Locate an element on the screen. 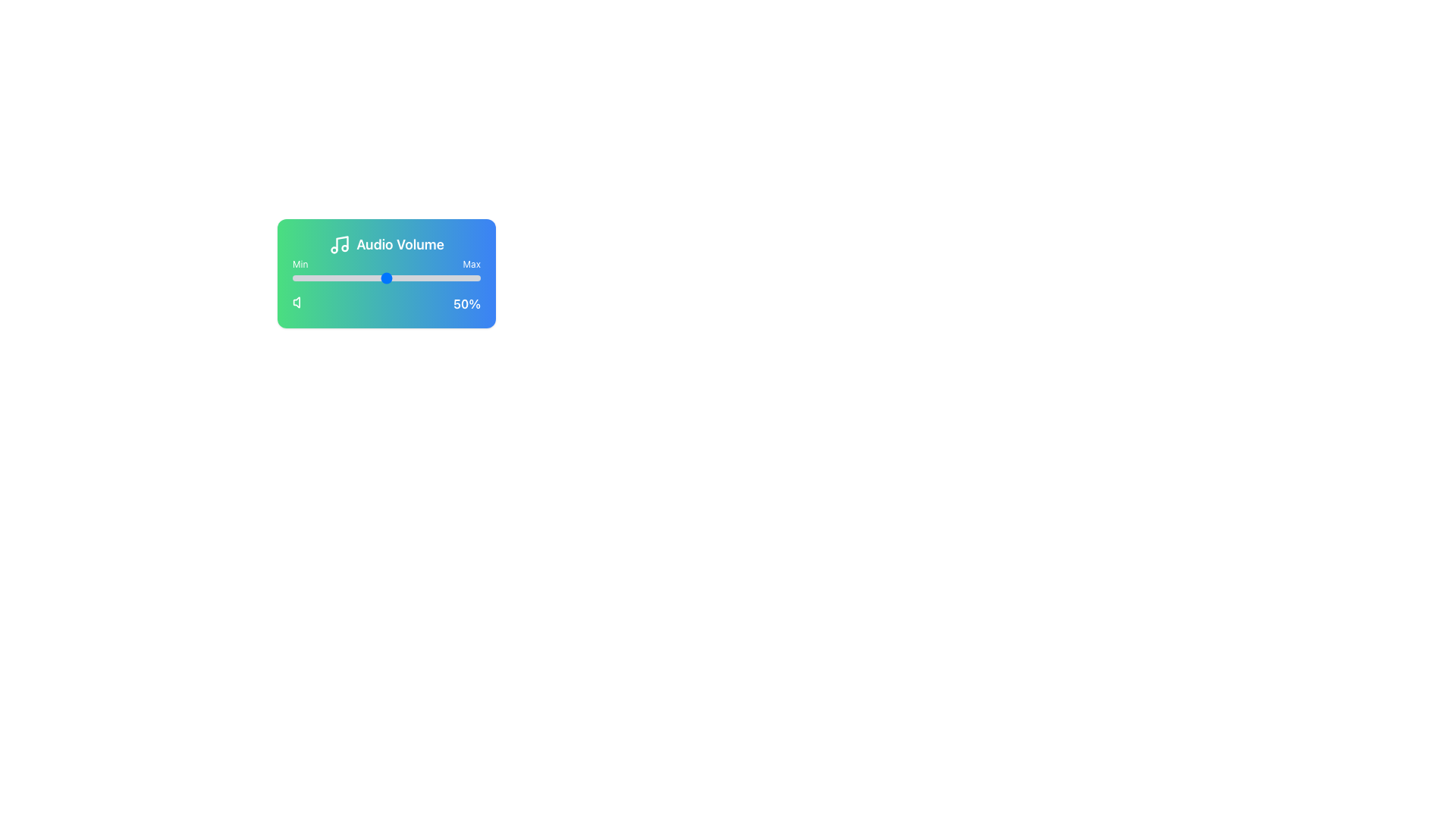  the audio volume slider is located at coordinates (314, 278).